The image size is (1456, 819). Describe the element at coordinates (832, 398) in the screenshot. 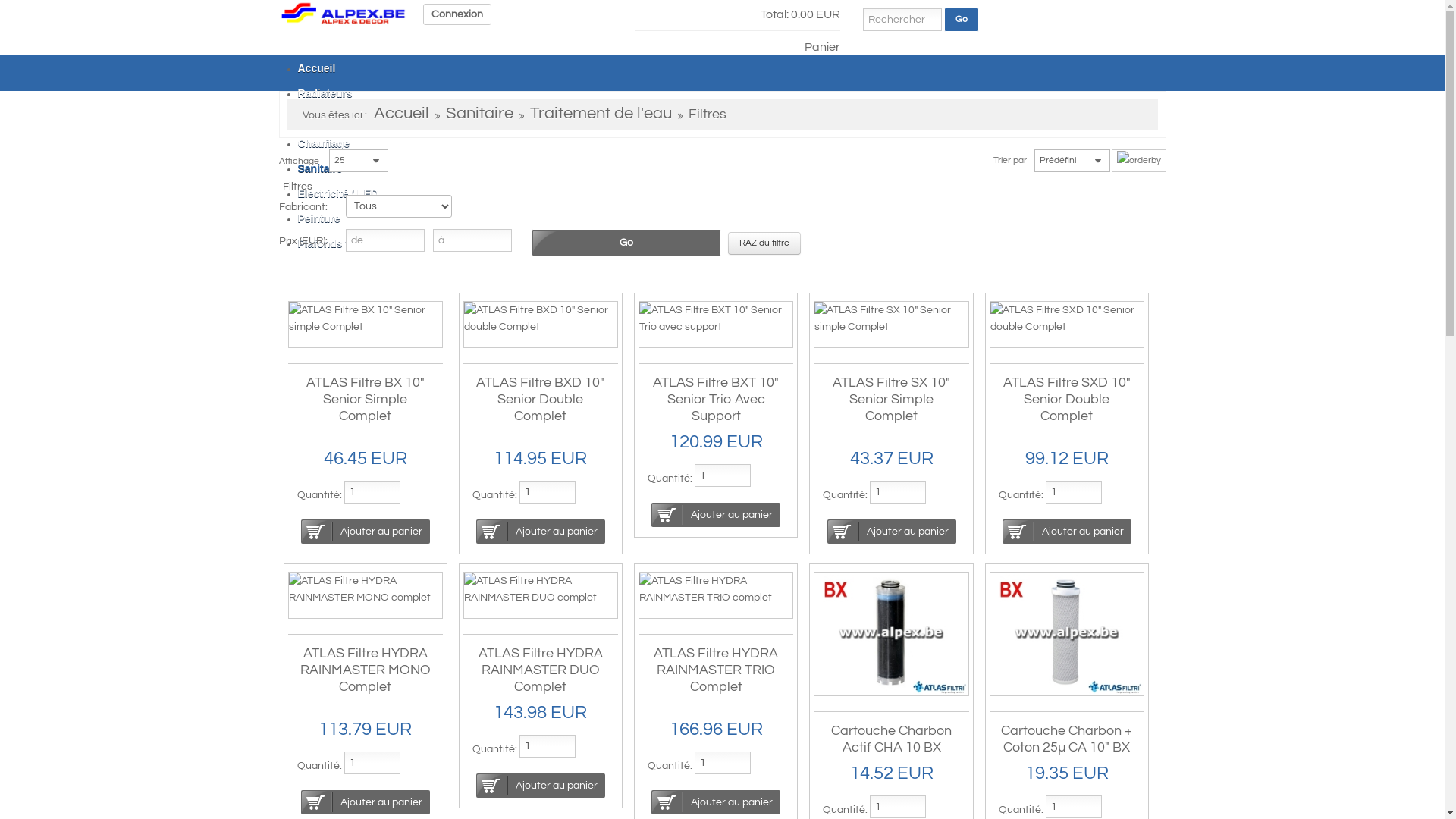

I see `'ATLAS Filtre SX 10" Senior Simple Complet'` at that location.